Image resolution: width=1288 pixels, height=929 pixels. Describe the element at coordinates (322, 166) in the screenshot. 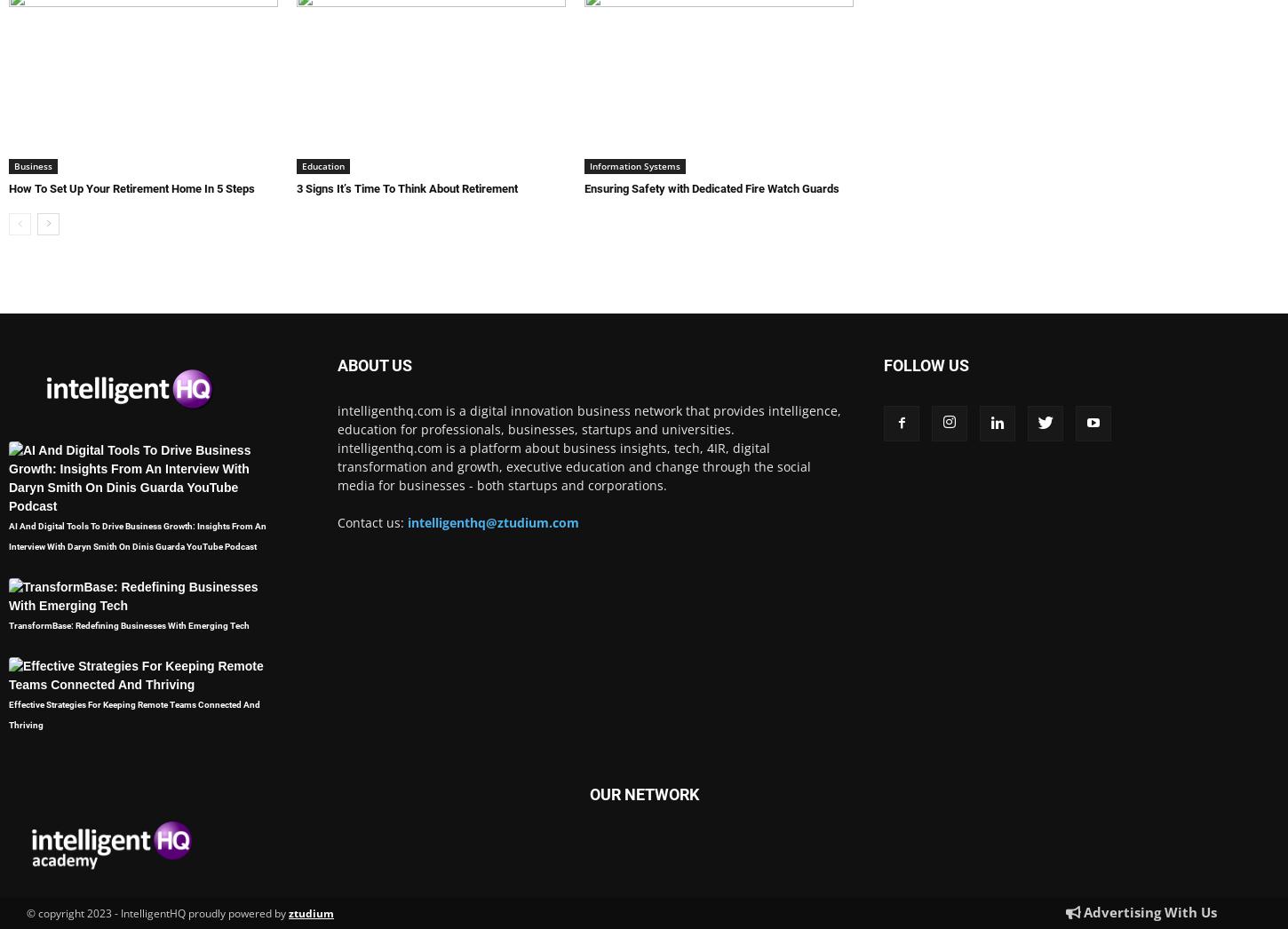

I see `'Education'` at that location.